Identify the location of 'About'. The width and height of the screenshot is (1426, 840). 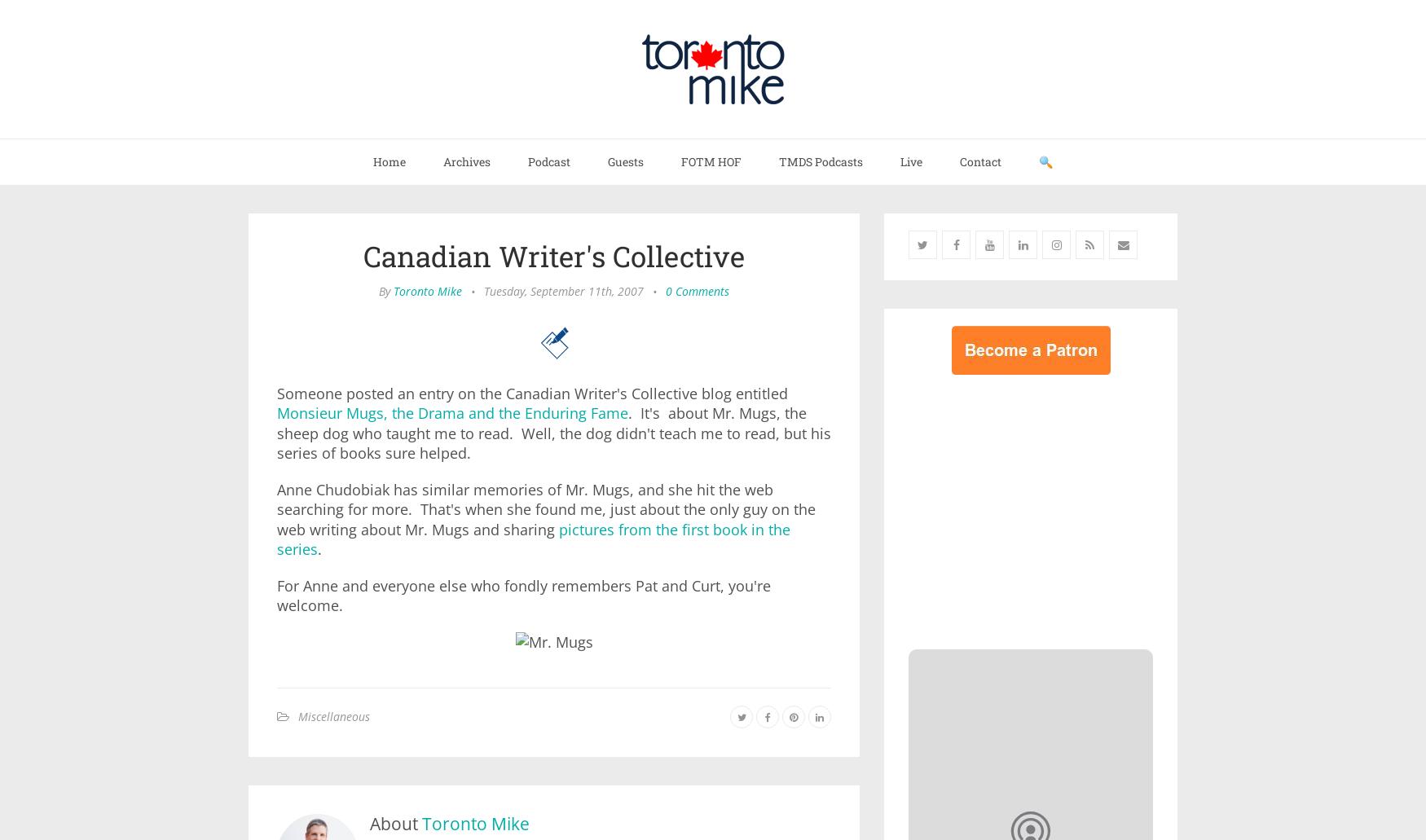
(369, 822).